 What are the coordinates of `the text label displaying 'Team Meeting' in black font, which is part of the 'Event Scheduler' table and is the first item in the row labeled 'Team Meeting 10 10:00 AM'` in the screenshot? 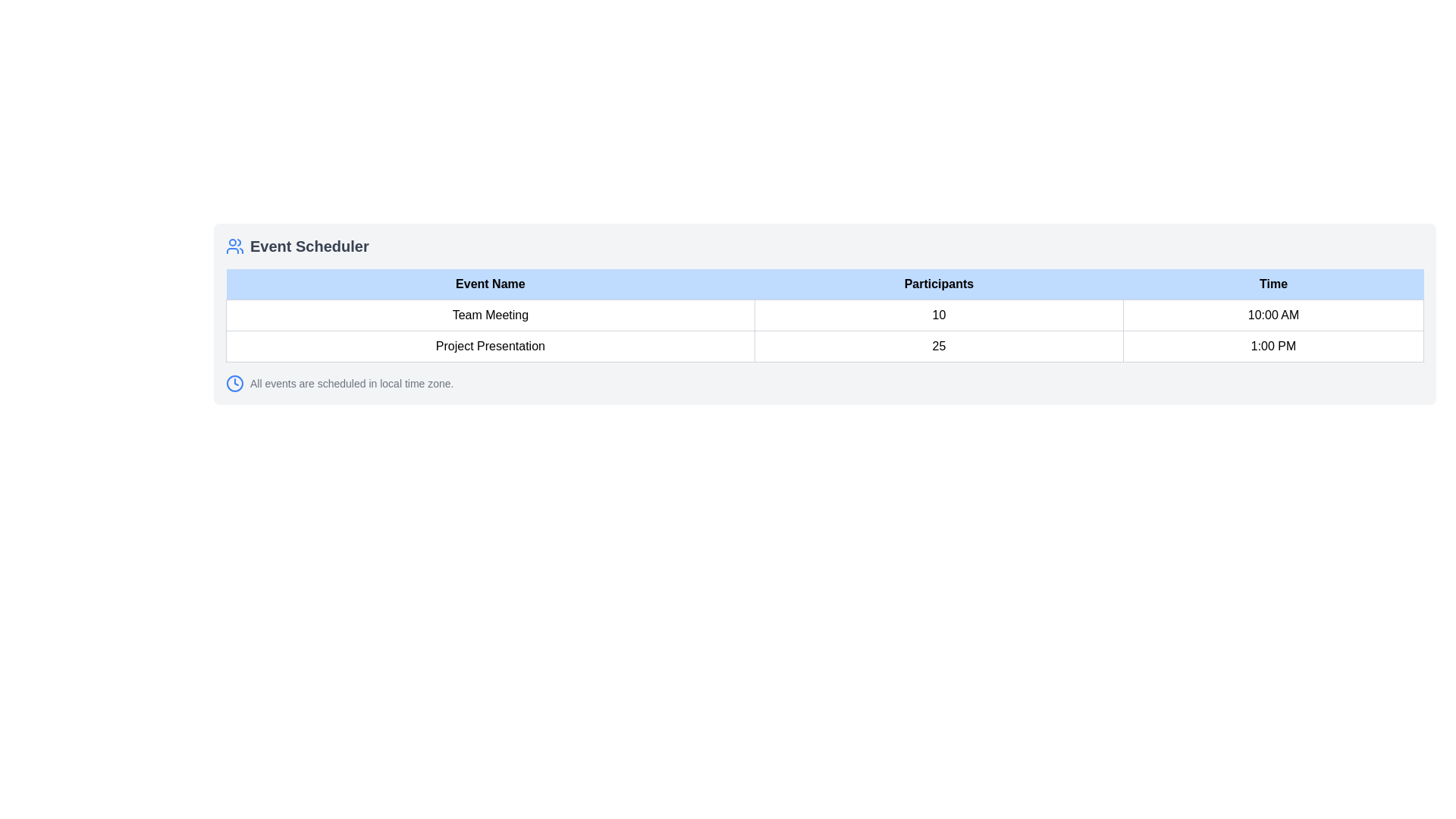 It's located at (490, 315).